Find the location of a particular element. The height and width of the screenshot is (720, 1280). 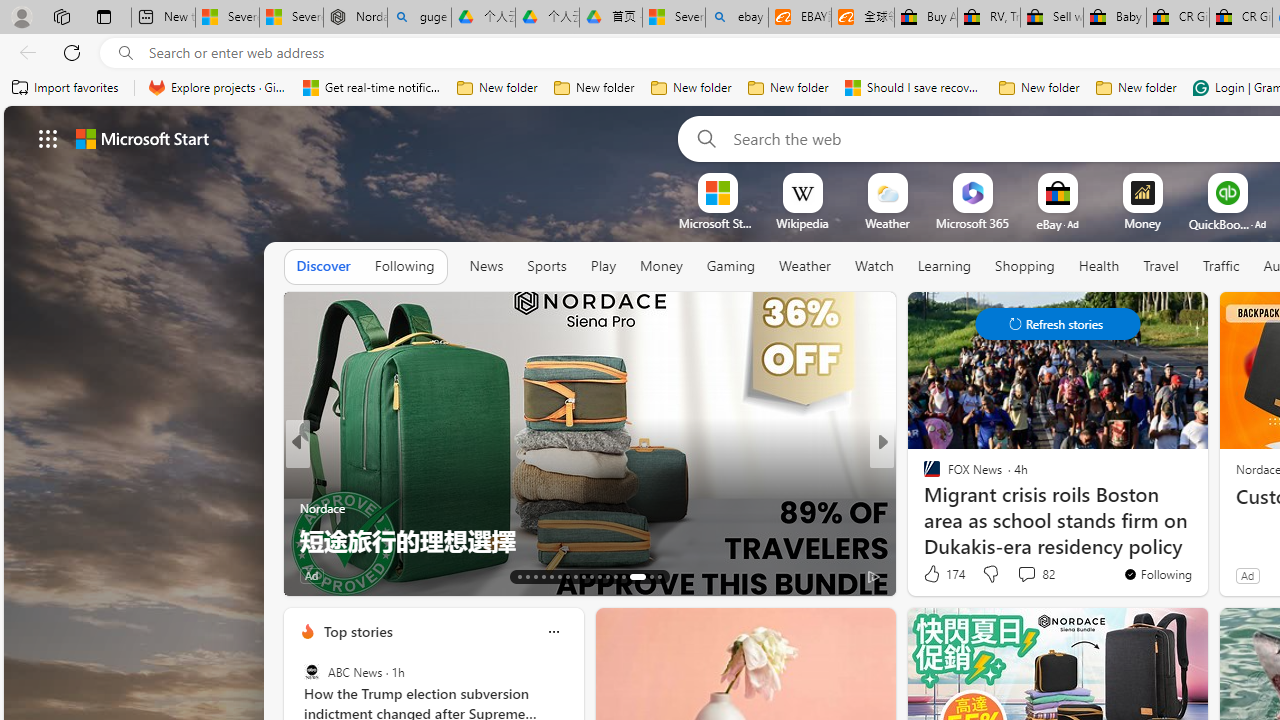

'Health' is located at coordinates (1098, 265).